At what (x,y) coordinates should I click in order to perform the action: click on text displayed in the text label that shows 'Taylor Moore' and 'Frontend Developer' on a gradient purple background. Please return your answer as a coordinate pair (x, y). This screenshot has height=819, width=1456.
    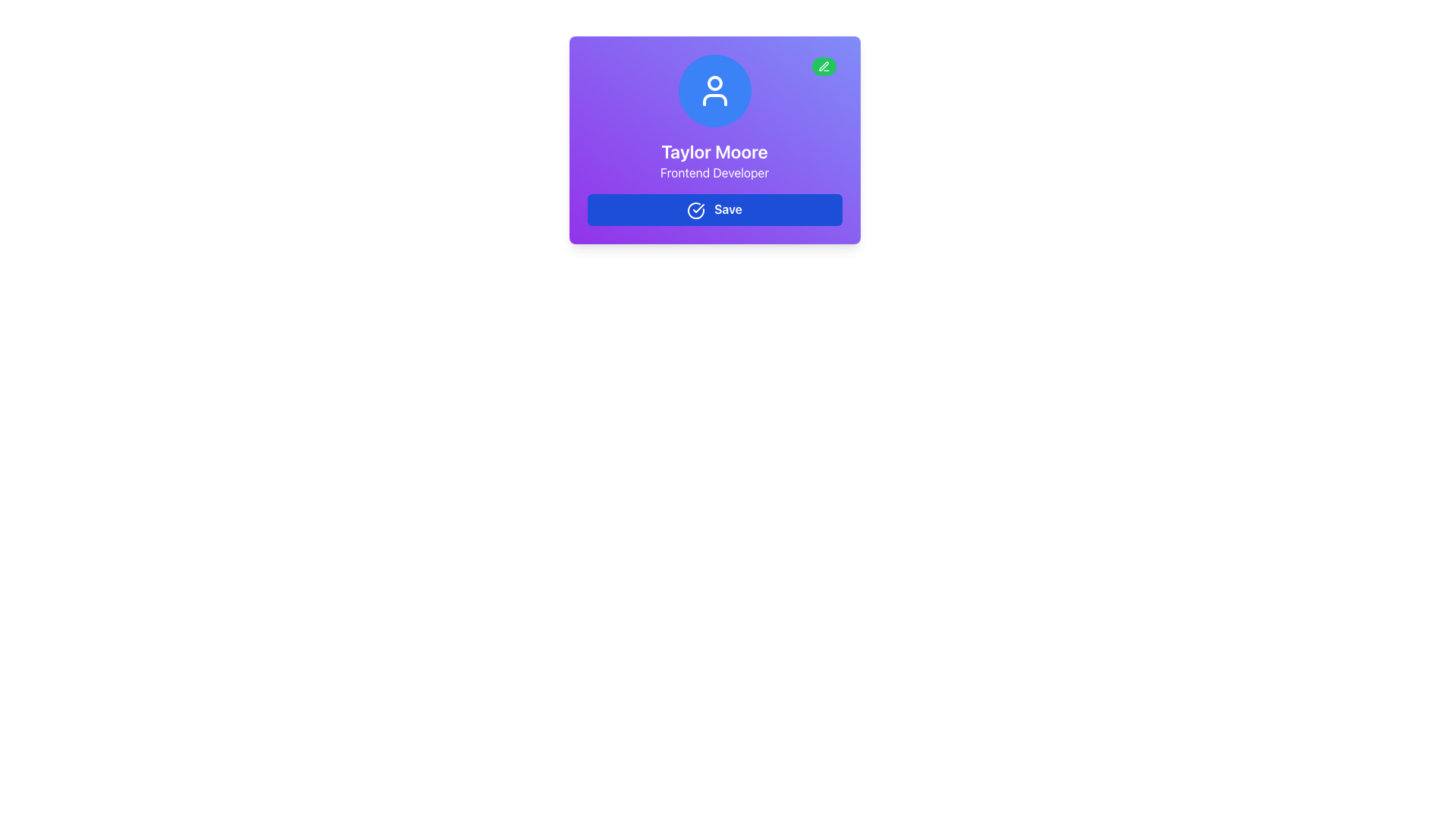
    Looking at the image, I should click on (714, 161).